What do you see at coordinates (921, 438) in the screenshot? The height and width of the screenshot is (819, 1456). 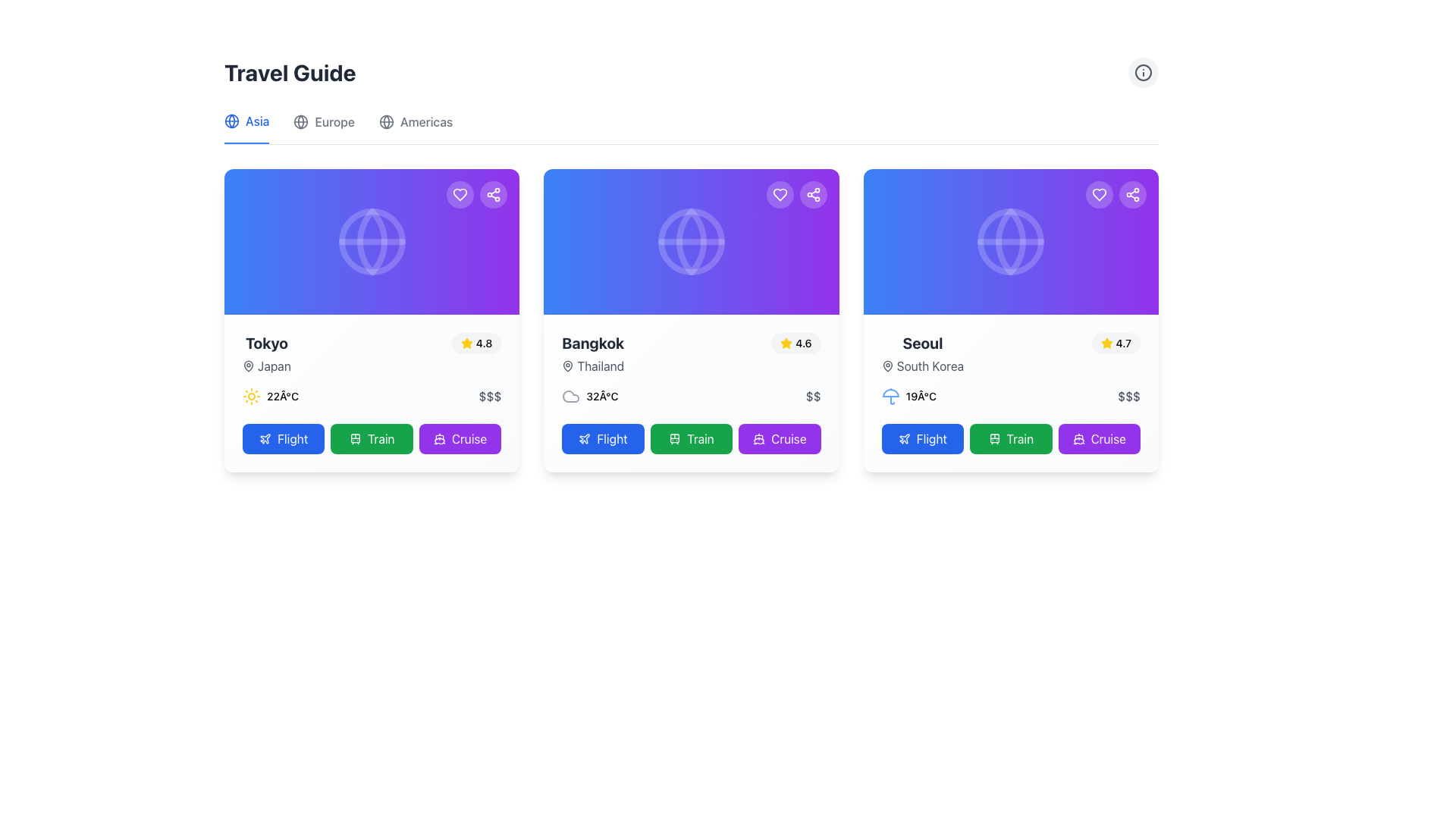 I see `the leftmost button labeled 'Flight' within the 'Seoul' card` at bounding box center [921, 438].